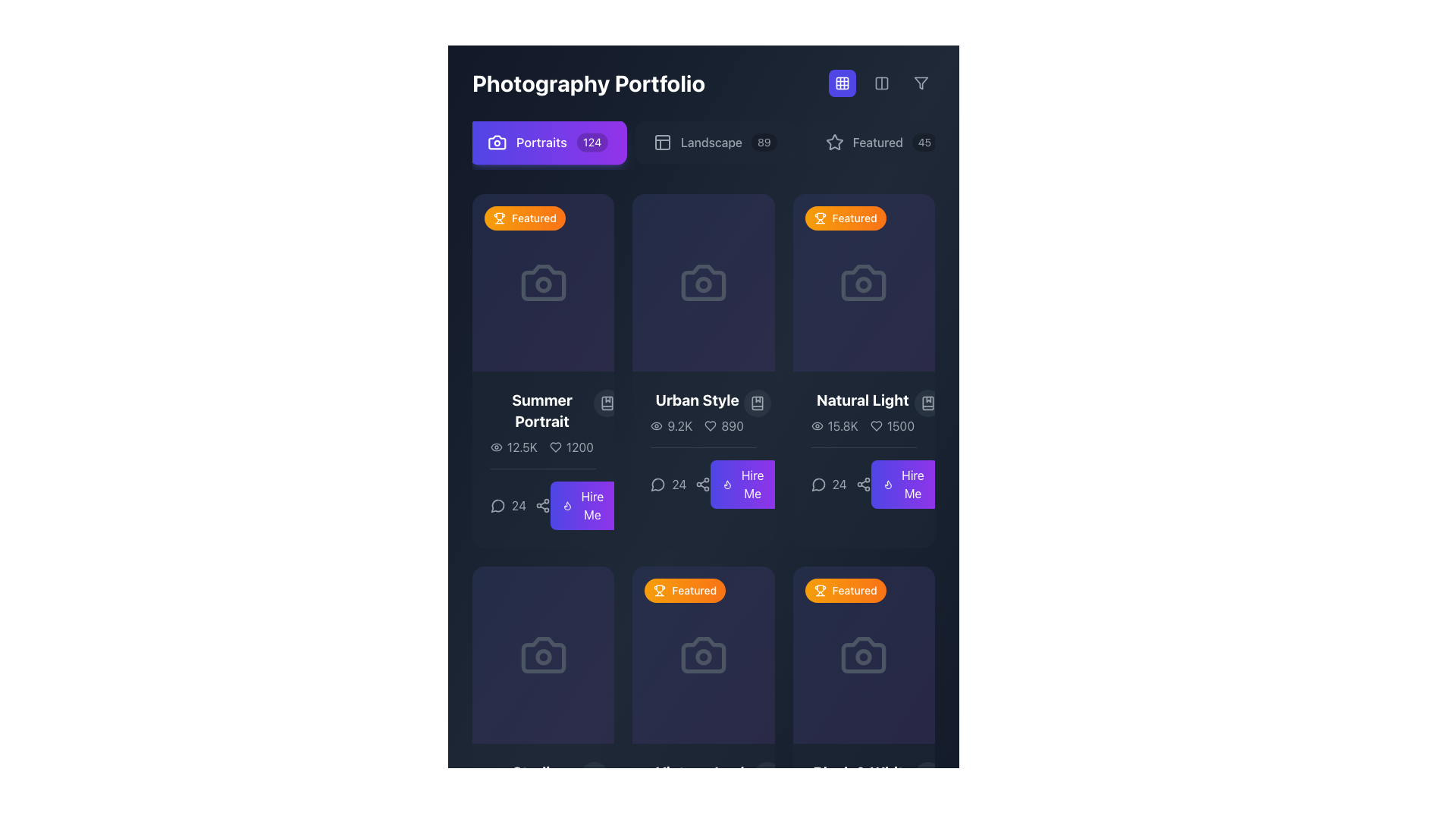  I want to click on the third button from the left in the 'Natural Light' section, so click(905, 485).